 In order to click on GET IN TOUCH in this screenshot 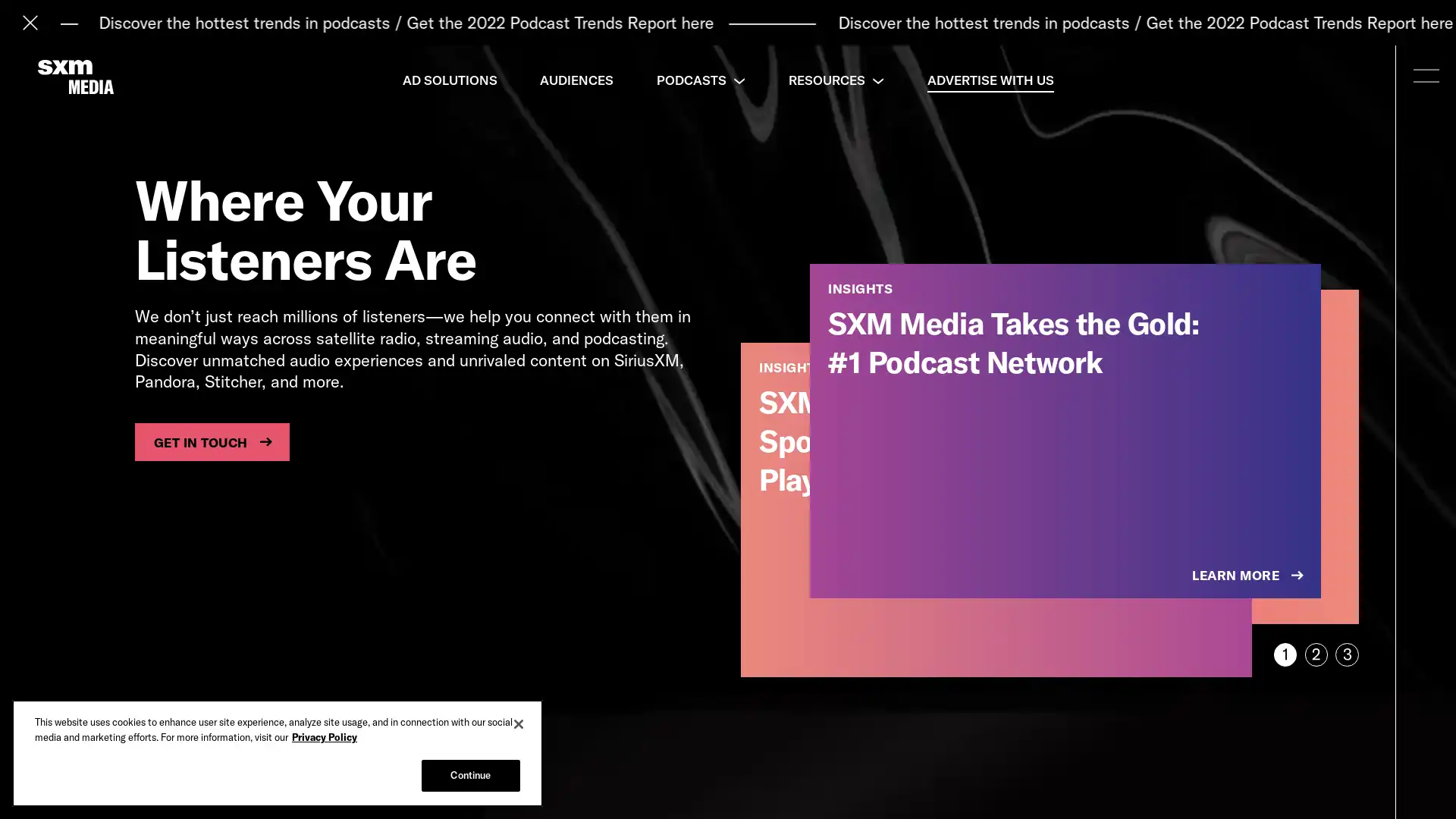, I will do `click(211, 441)`.